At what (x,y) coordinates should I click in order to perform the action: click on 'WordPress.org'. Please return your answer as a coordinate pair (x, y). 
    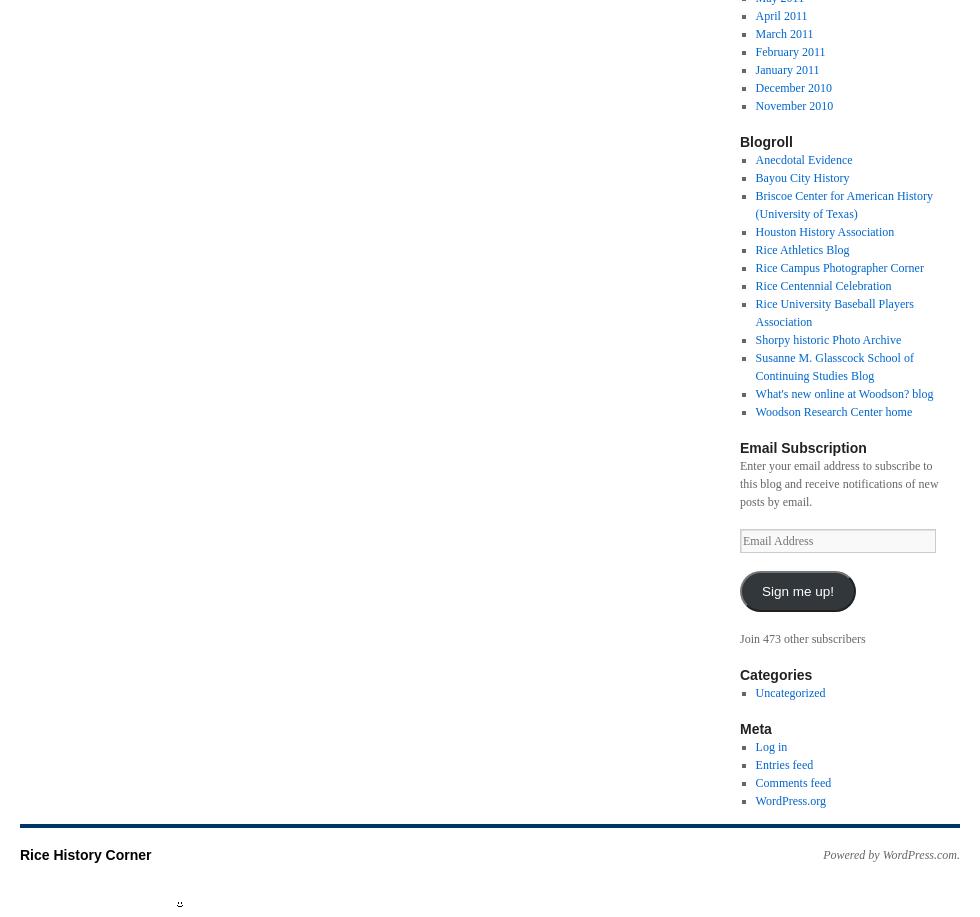
    Looking at the image, I should click on (790, 800).